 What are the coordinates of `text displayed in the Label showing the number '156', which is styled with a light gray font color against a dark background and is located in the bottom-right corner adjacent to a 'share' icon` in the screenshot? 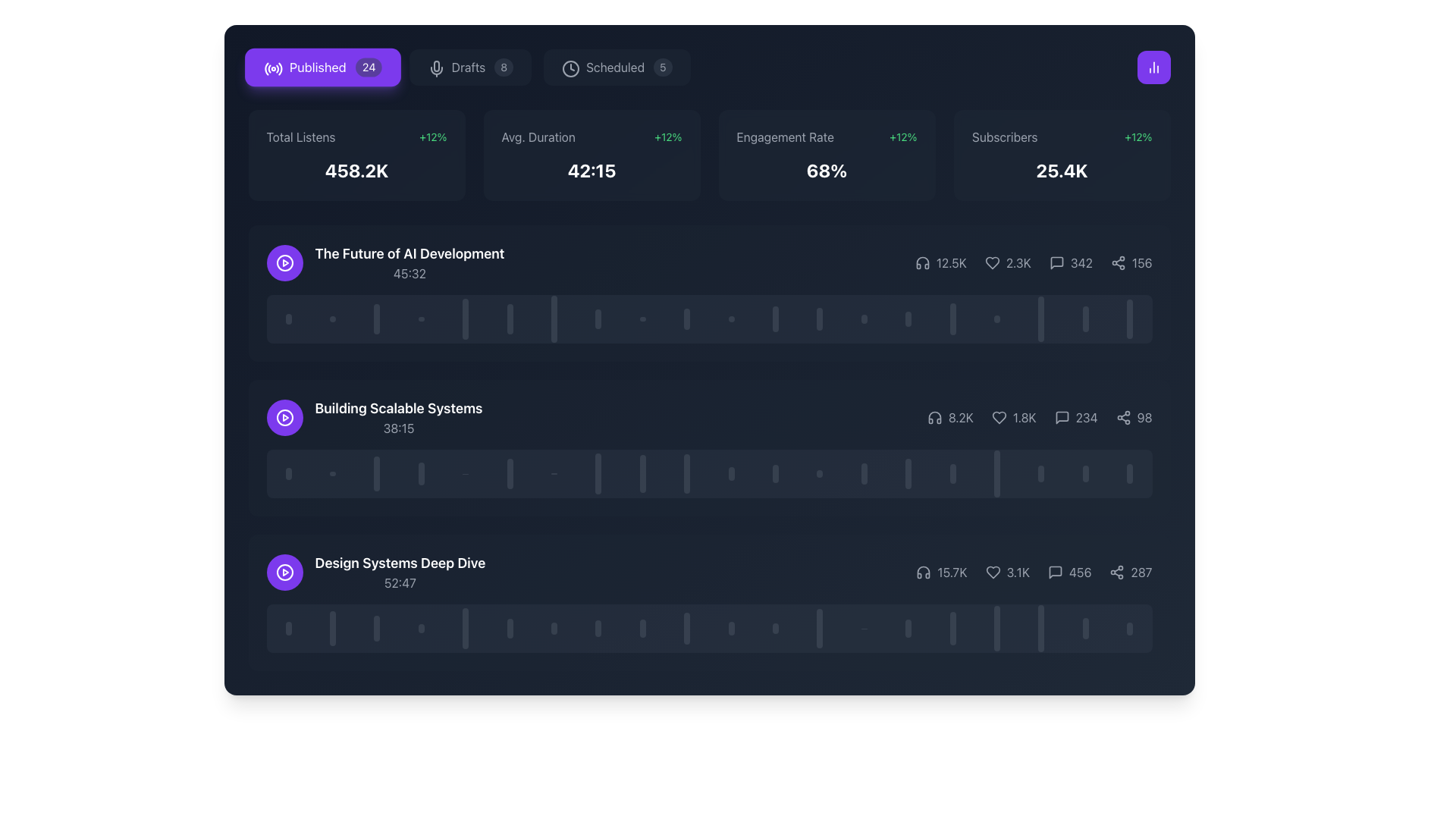 It's located at (1142, 262).